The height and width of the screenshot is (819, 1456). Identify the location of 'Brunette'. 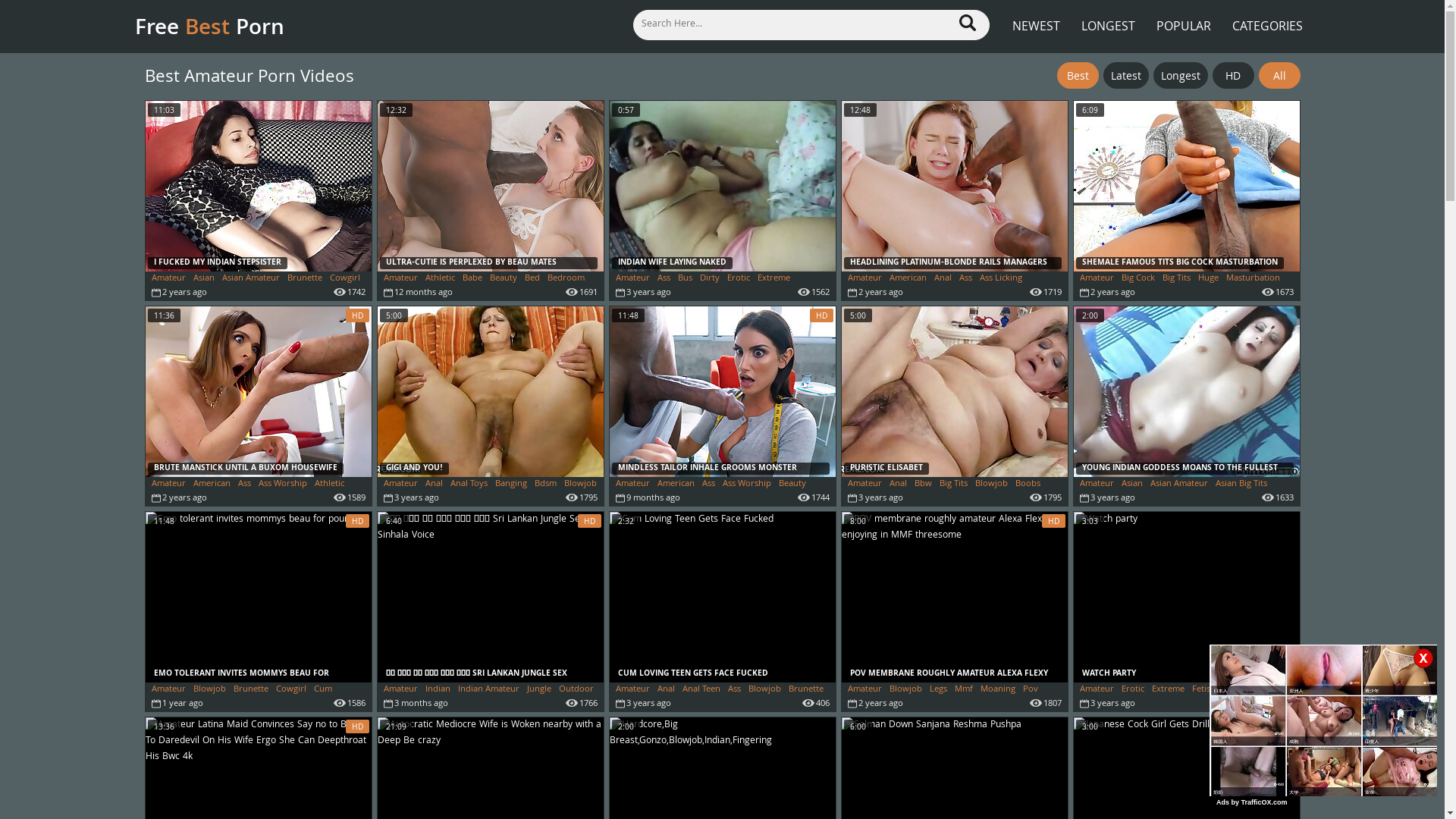
(251, 689).